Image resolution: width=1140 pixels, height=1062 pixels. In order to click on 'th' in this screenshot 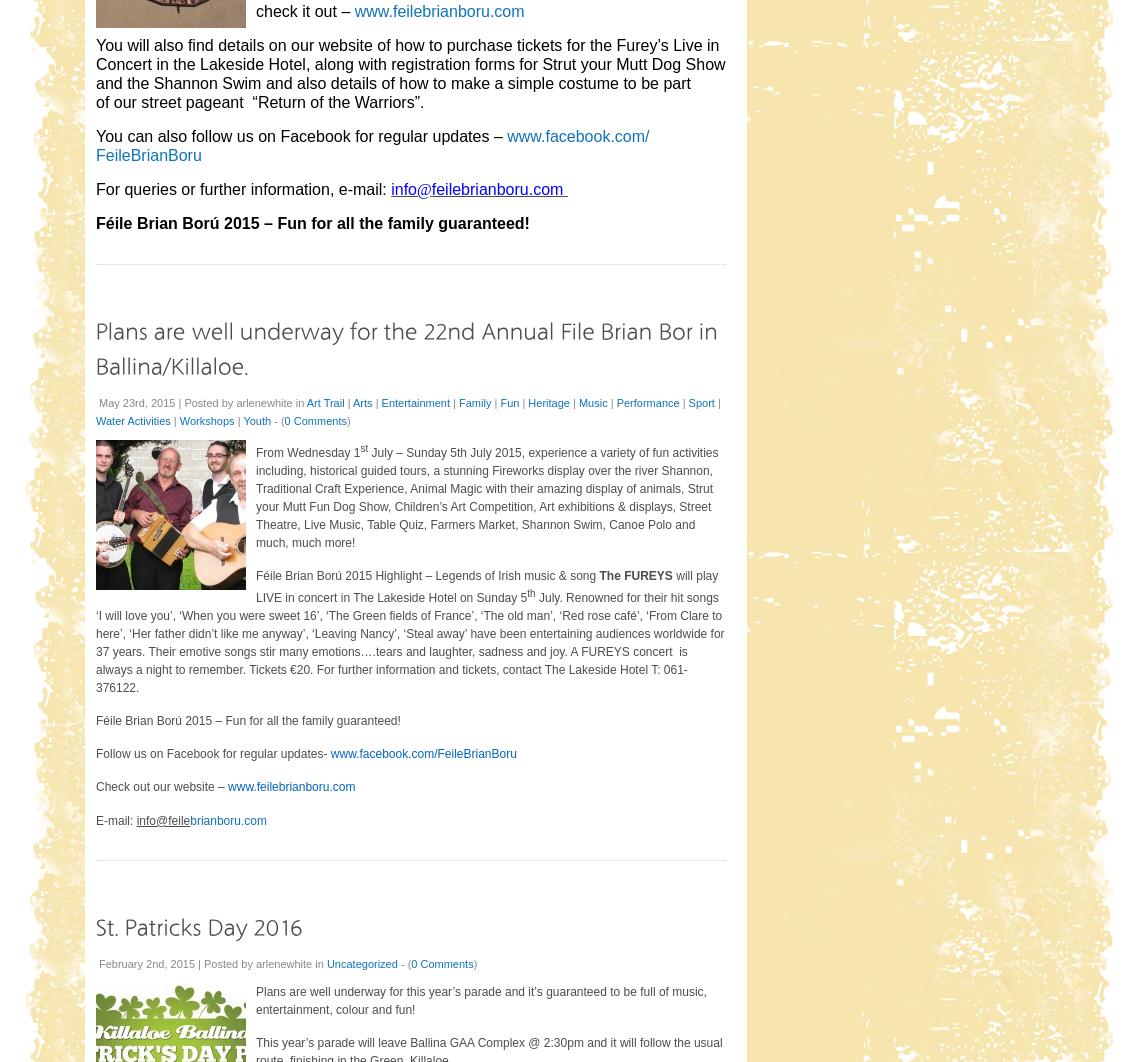, I will do `click(530, 592)`.